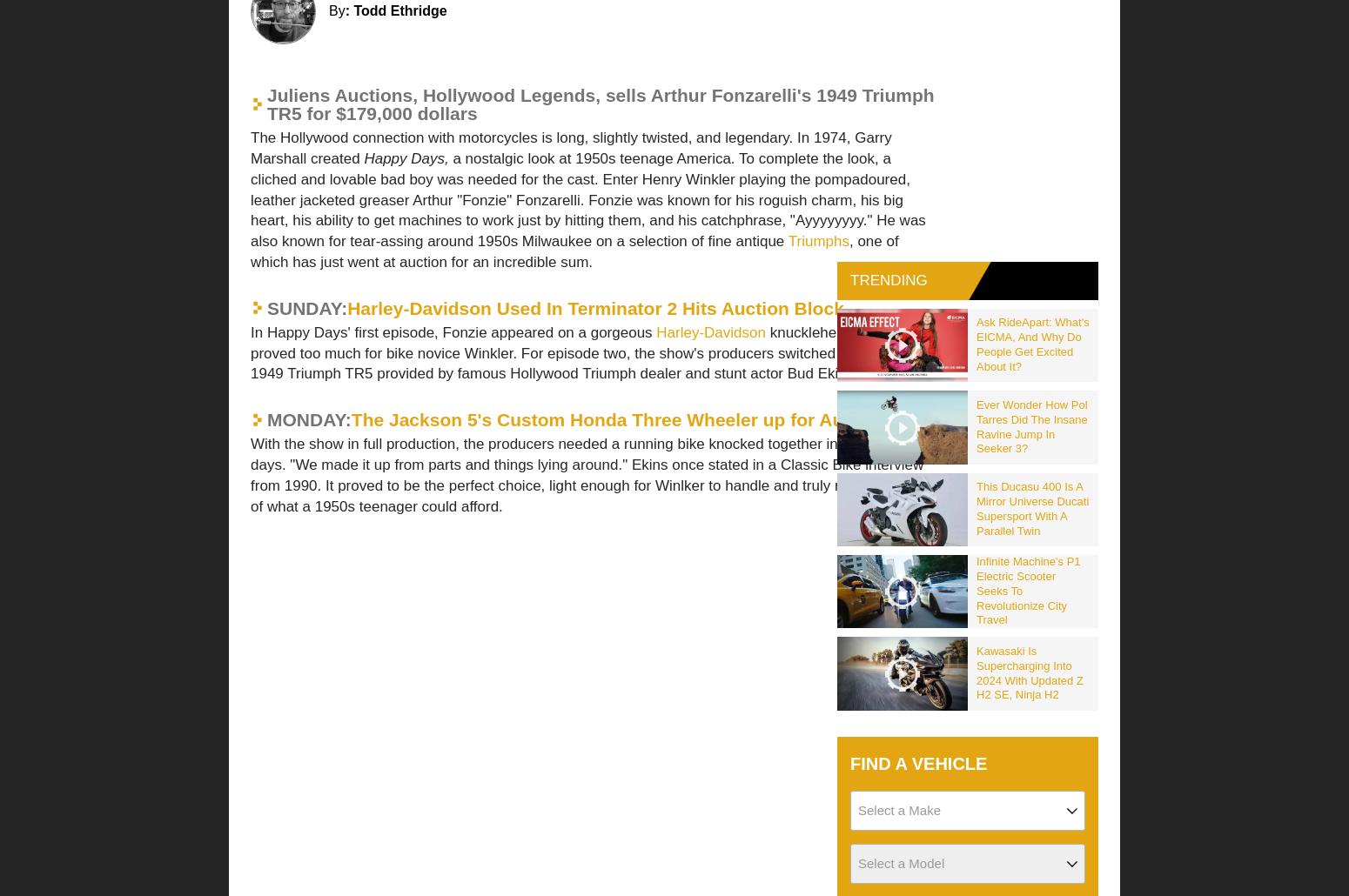  What do you see at coordinates (1031, 425) in the screenshot?
I see `'Ever Wonder How Pol Tarres Did The Insane Ravine Jump In Seeker 3?'` at bounding box center [1031, 425].